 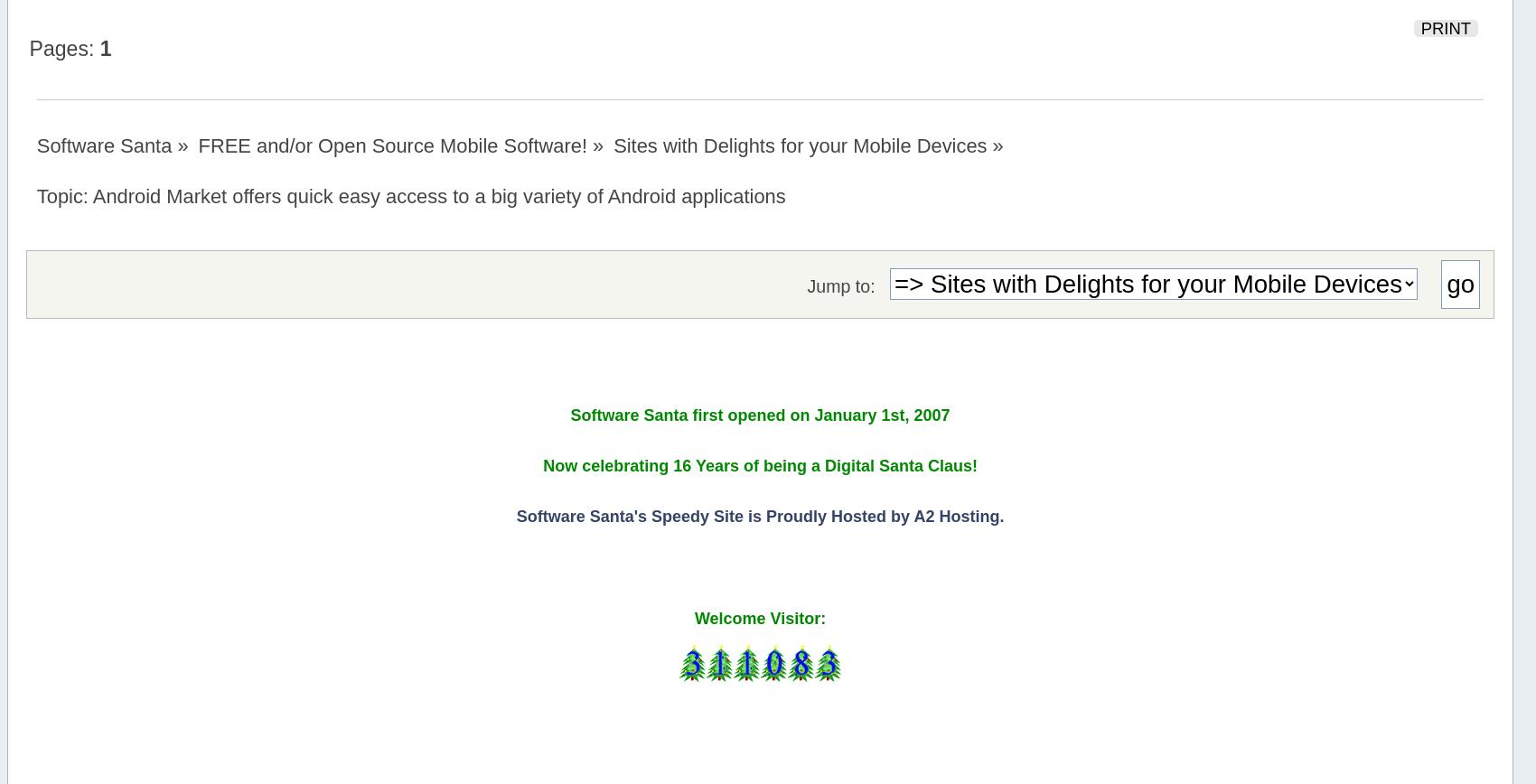 I want to click on 'Welcome Visitor:', so click(x=758, y=619).